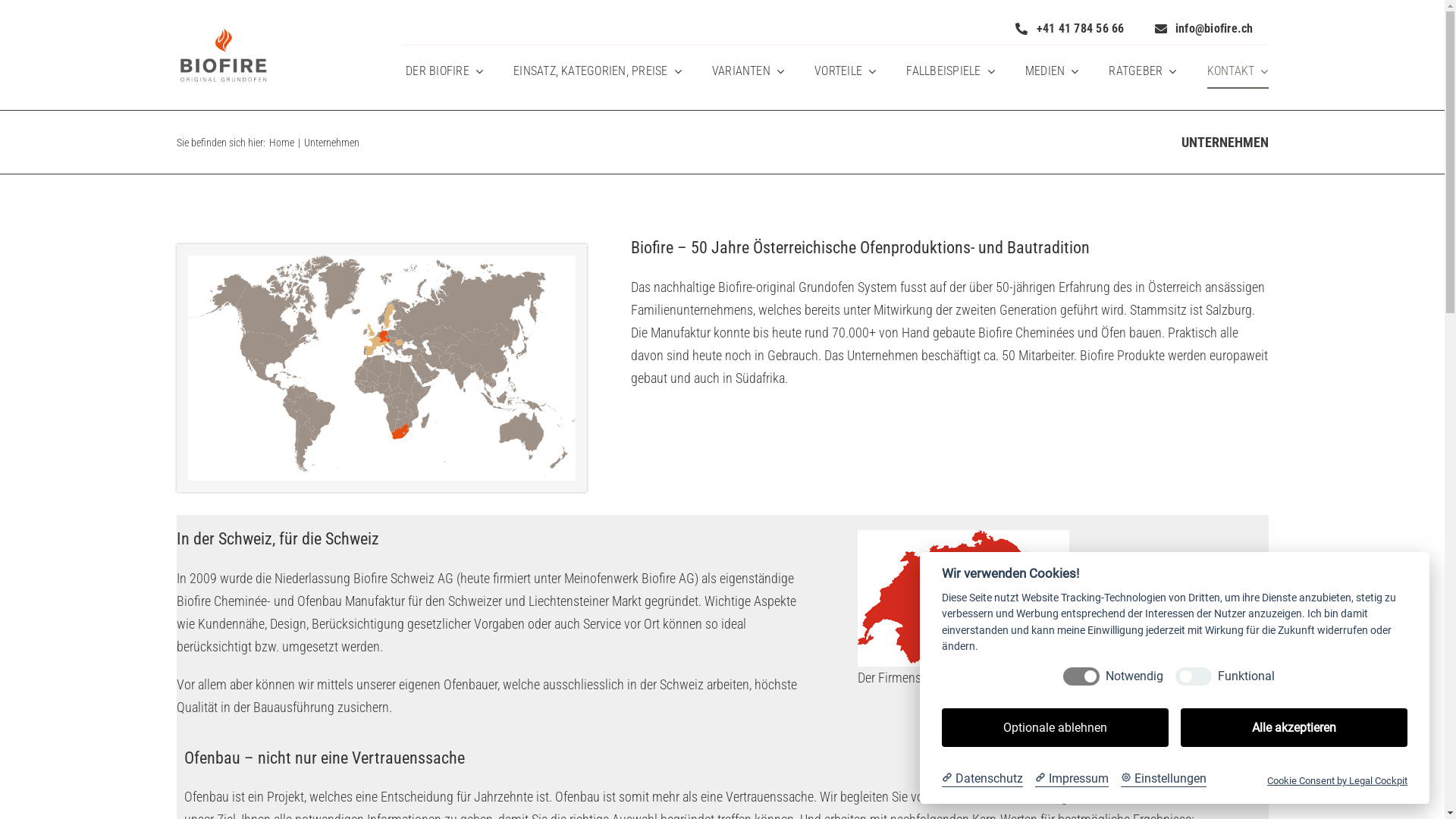  I want to click on 'DER BIOFIRE', so click(443, 71).